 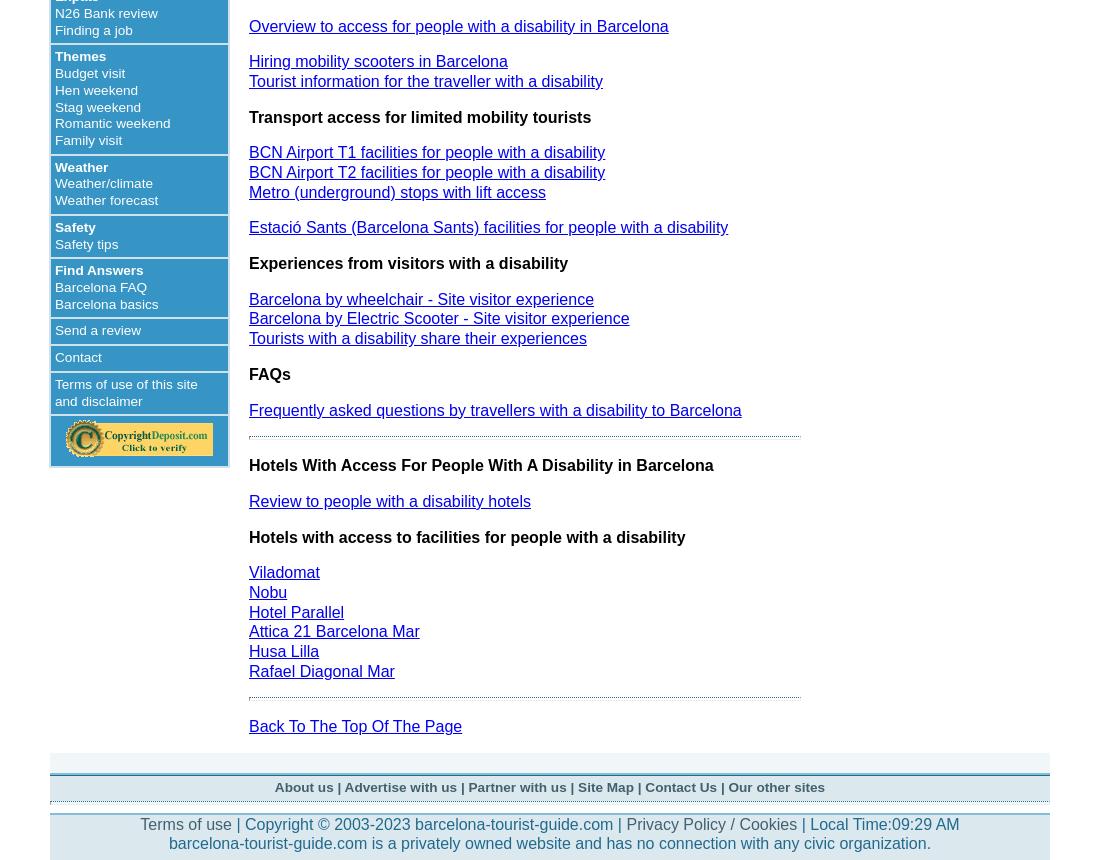 What do you see at coordinates (577, 786) in the screenshot?
I see `'Site Map'` at bounding box center [577, 786].